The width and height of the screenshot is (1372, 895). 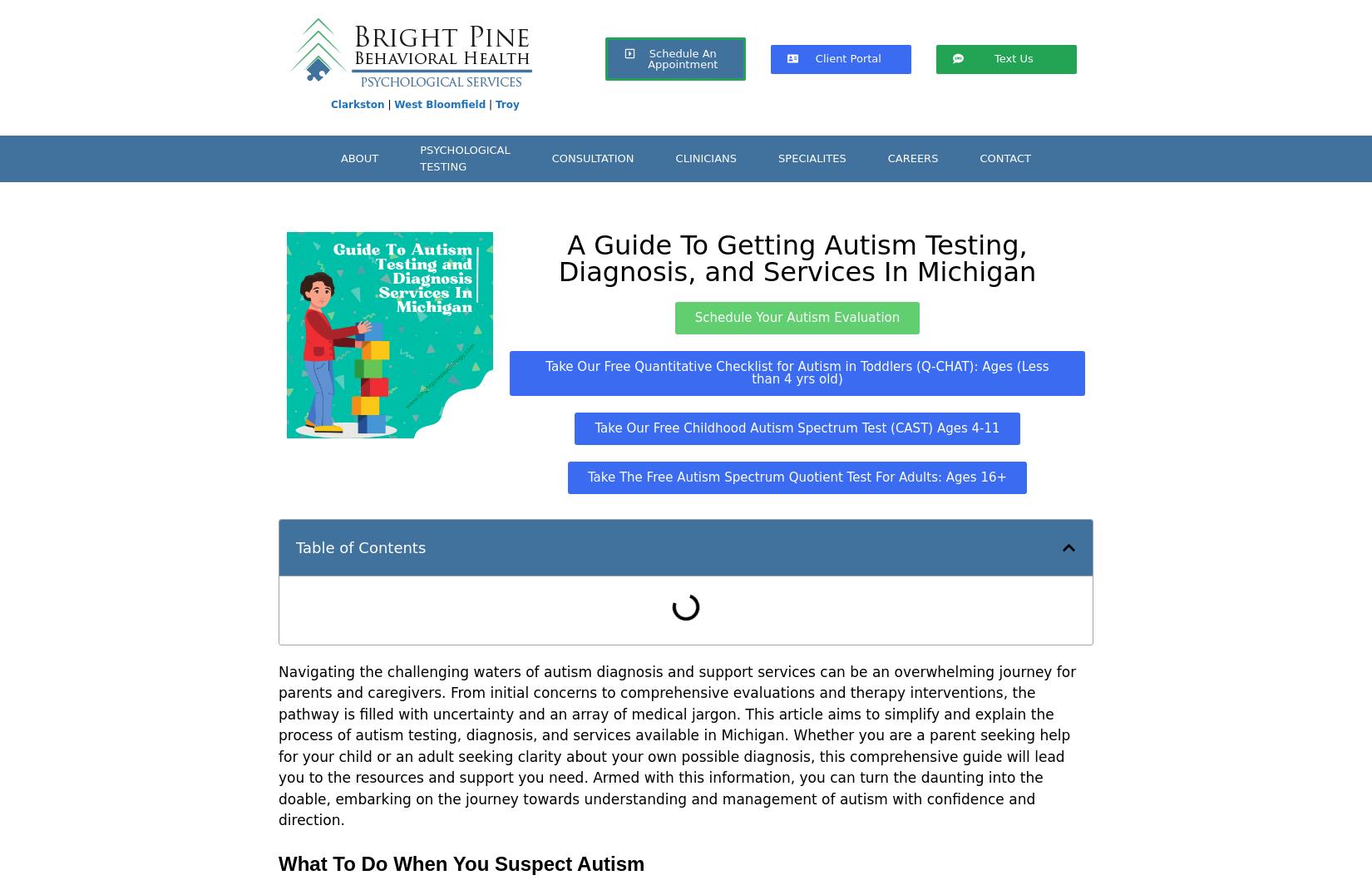 I want to click on 'CAREERS', so click(x=887, y=157).